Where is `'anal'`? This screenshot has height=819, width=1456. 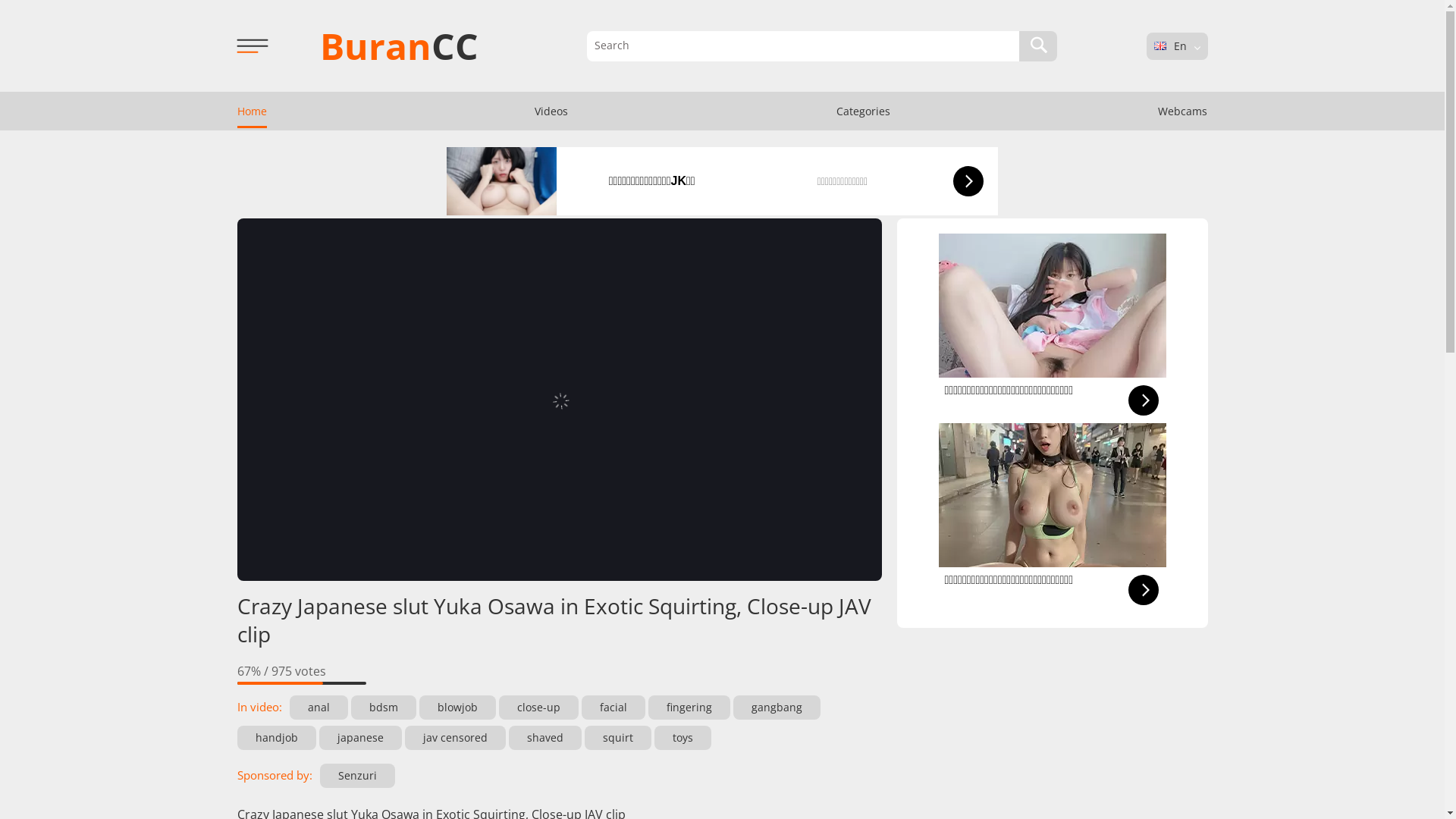
'anal' is located at coordinates (318, 708).